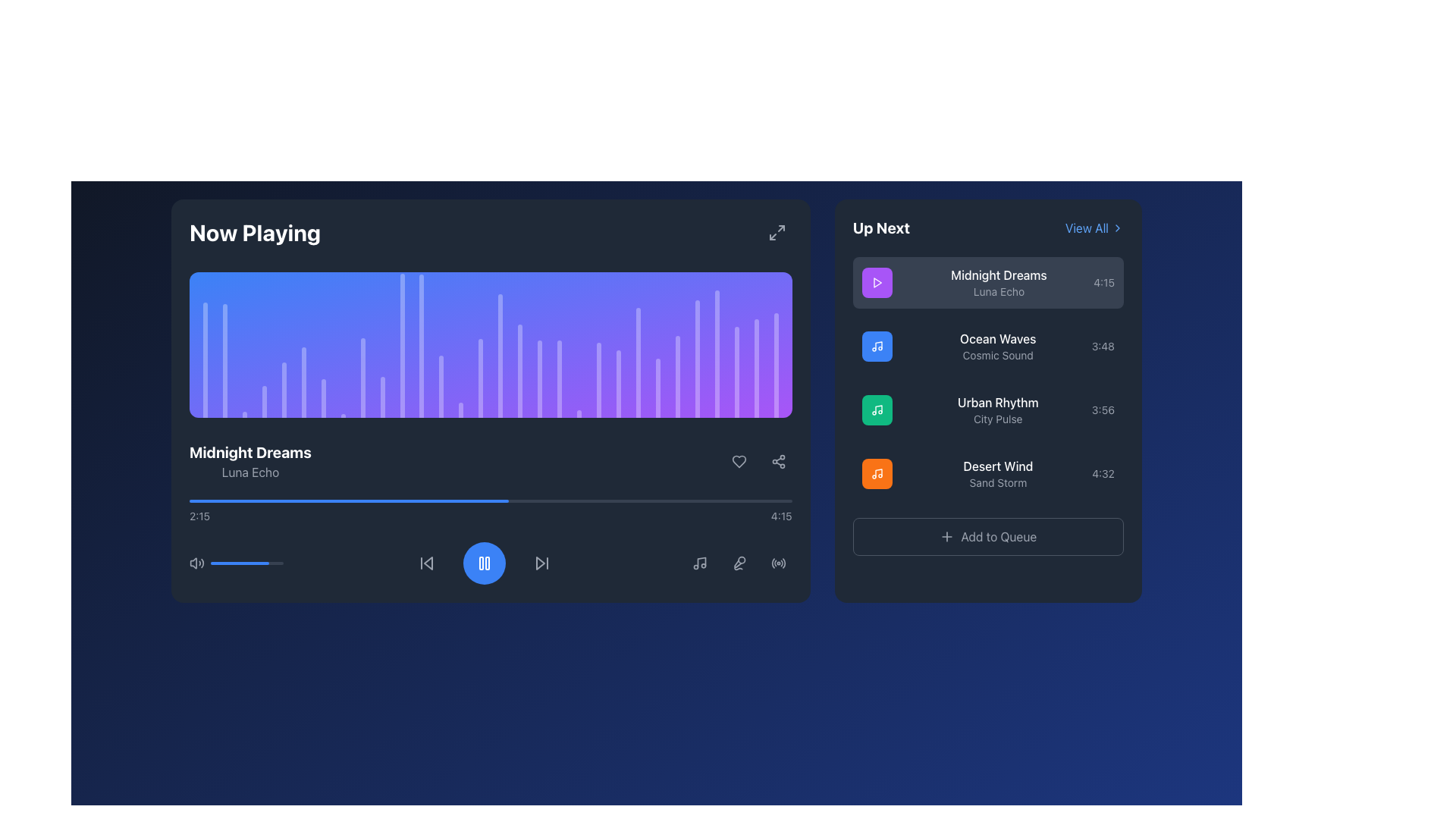 This screenshot has width=1456, height=819. I want to click on the progress bar, so click(243, 500).